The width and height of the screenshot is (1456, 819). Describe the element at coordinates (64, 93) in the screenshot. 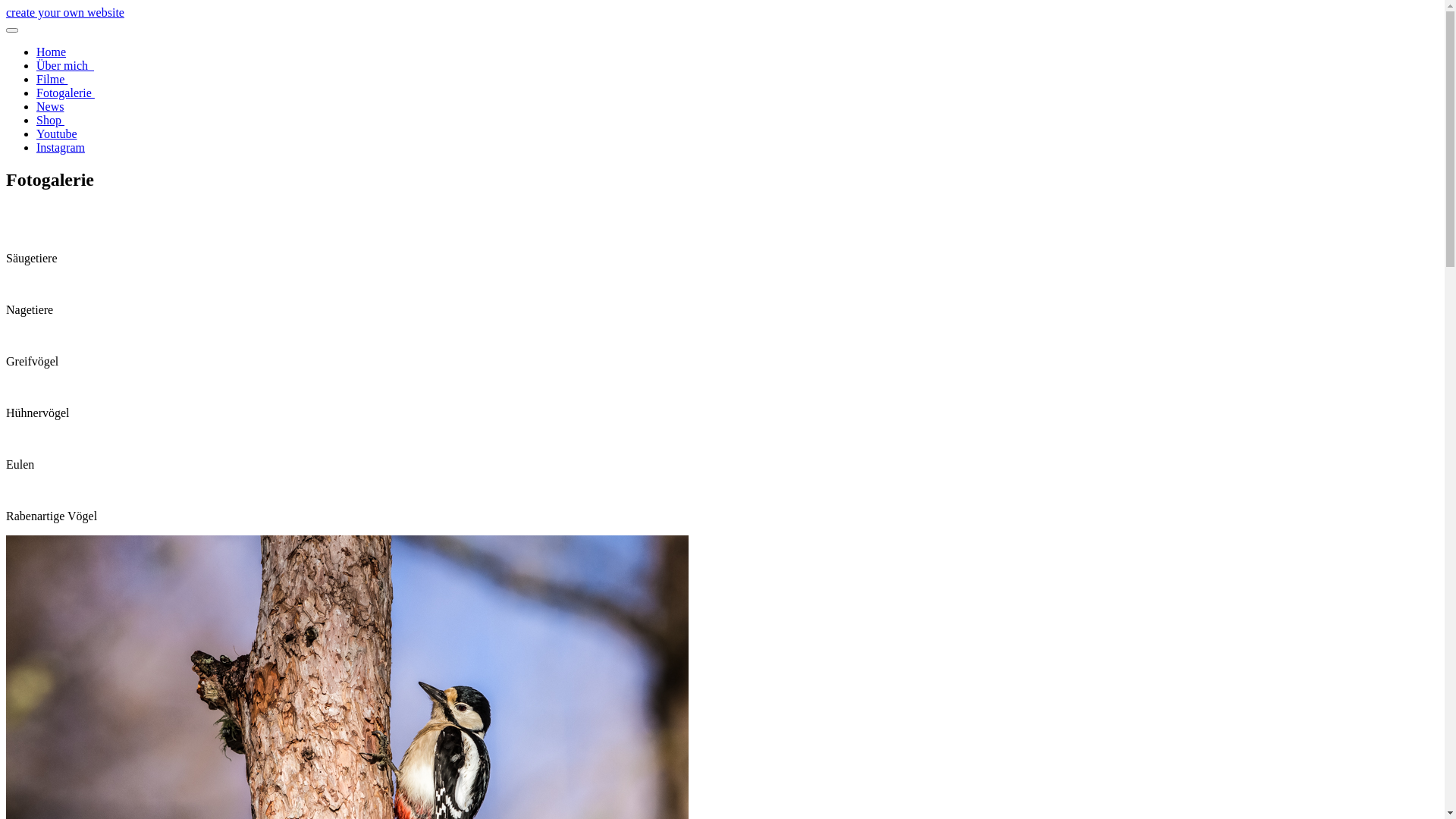

I see `'Fotogalerie '` at that location.